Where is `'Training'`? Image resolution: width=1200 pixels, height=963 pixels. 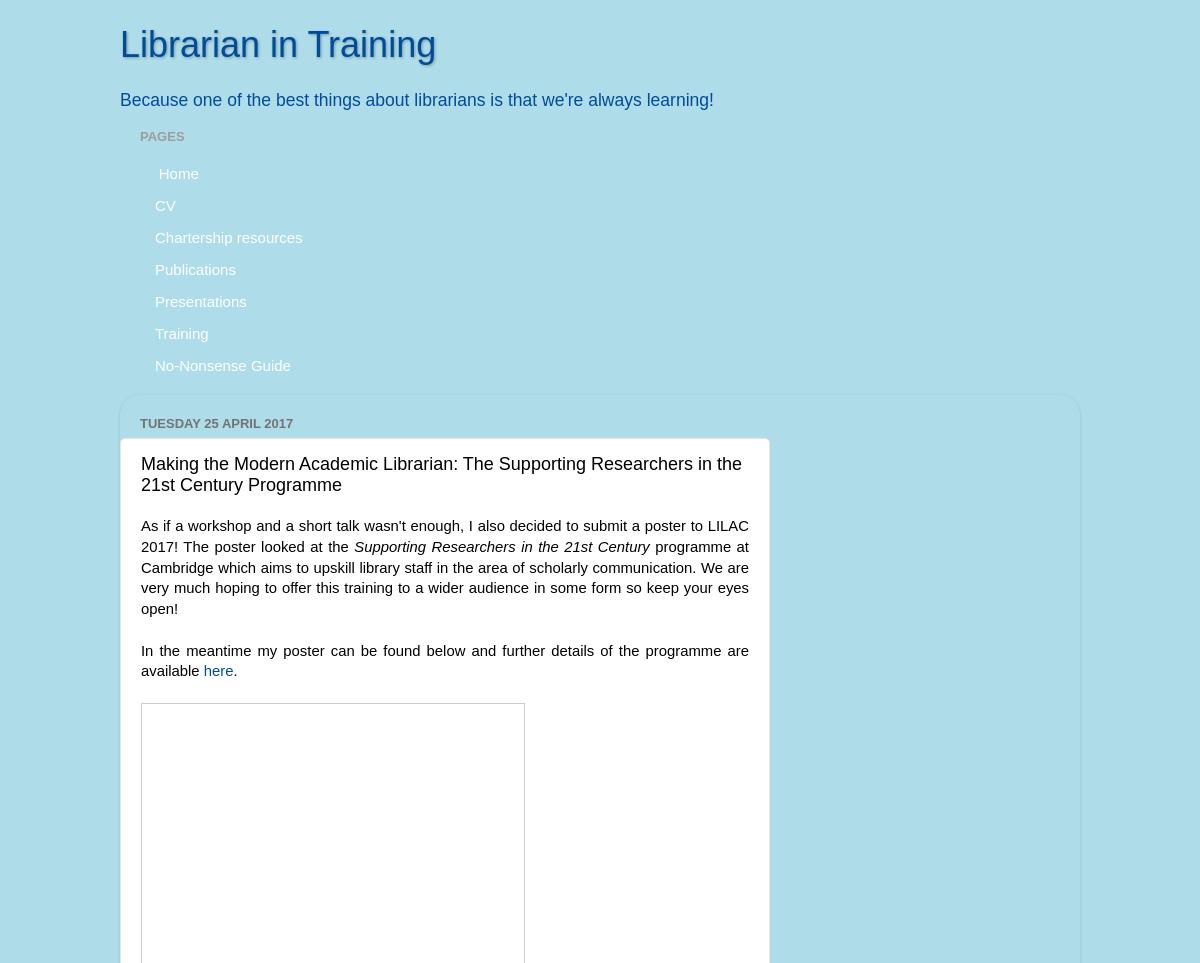
'Training' is located at coordinates (180, 332).